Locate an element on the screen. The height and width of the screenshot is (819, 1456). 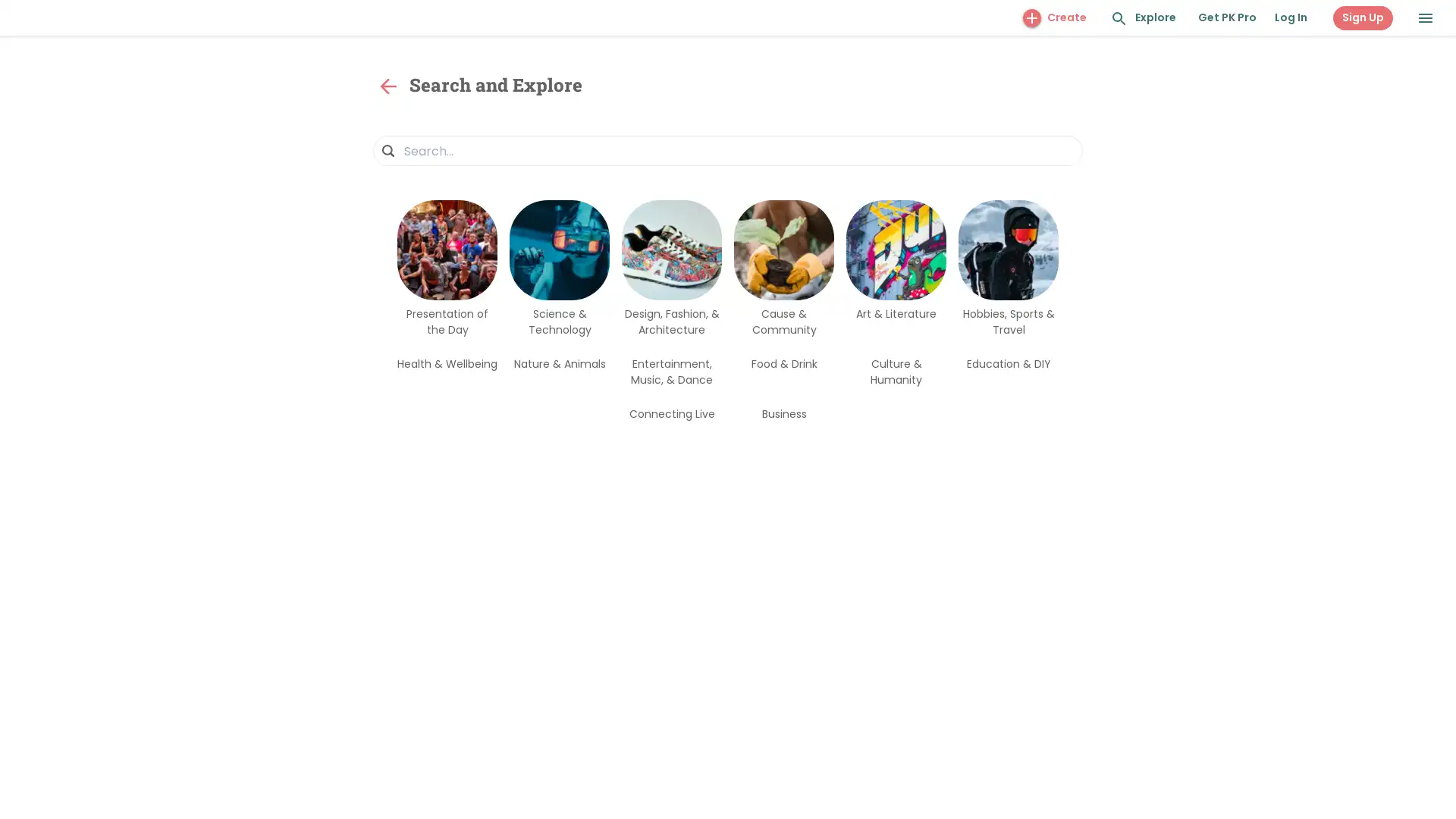
Search and Explore is located at coordinates (1119, 18).